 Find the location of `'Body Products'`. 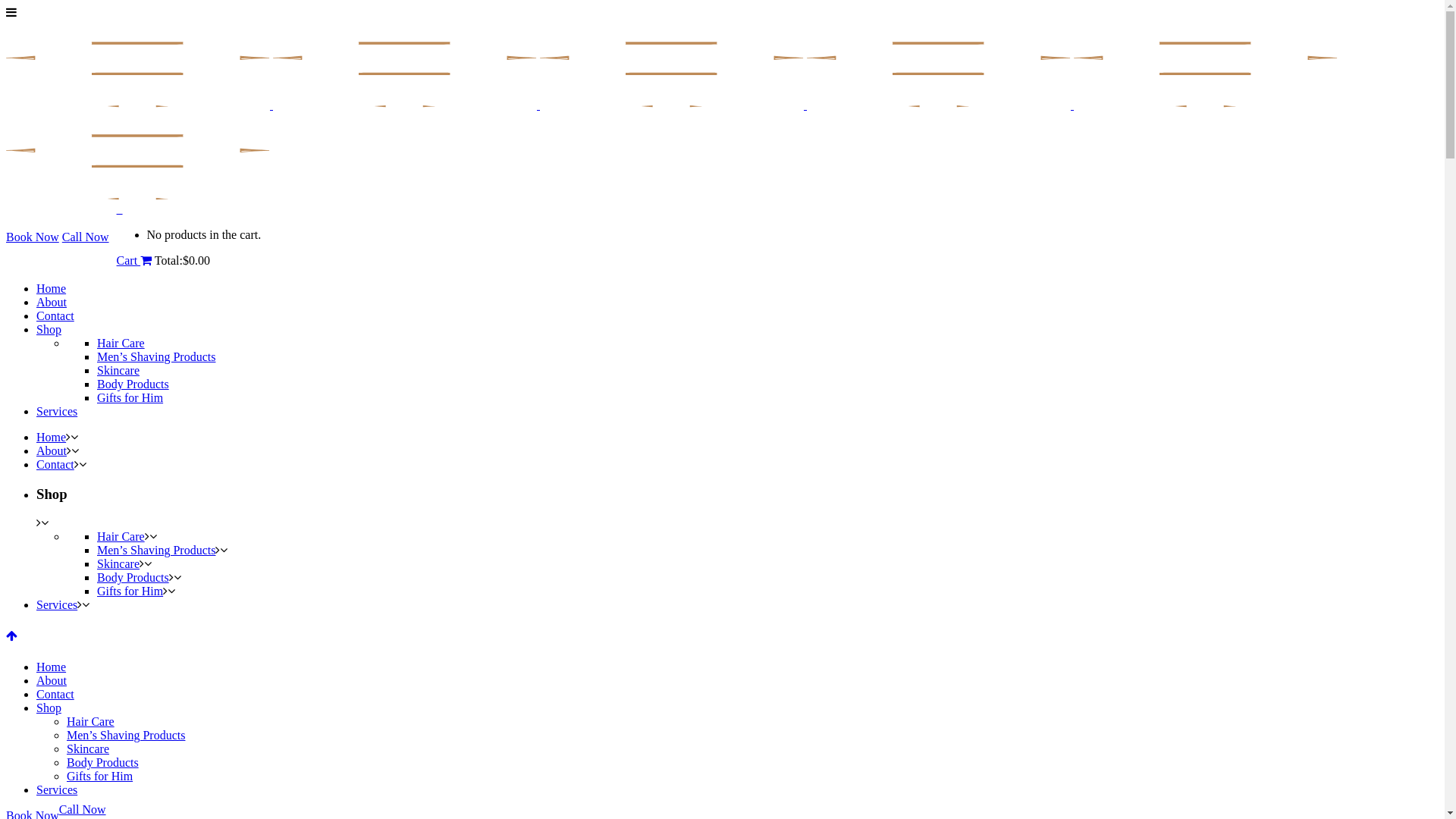

'Body Products' is located at coordinates (133, 577).